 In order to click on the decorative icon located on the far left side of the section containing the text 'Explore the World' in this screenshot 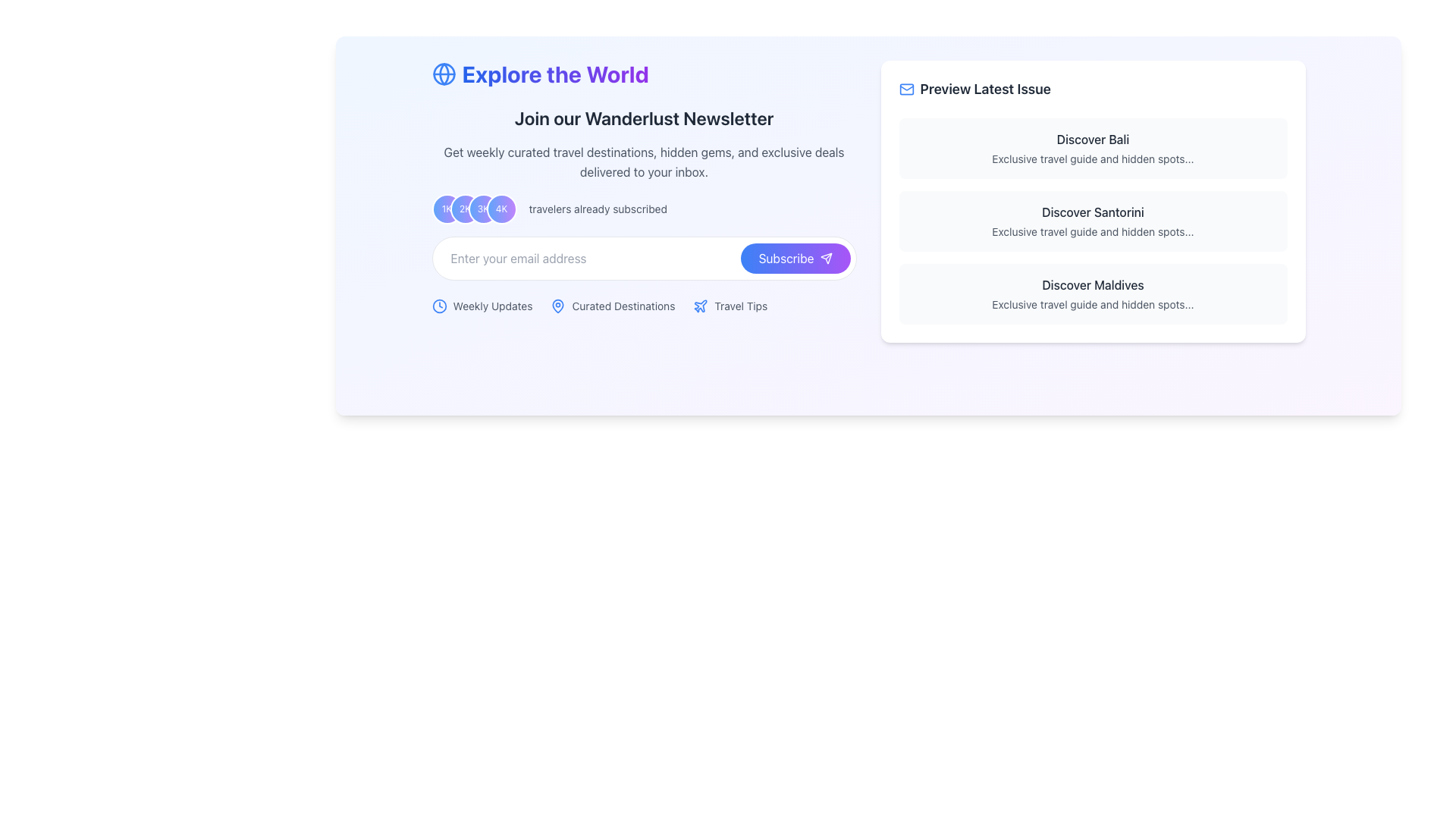, I will do `click(443, 74)`.